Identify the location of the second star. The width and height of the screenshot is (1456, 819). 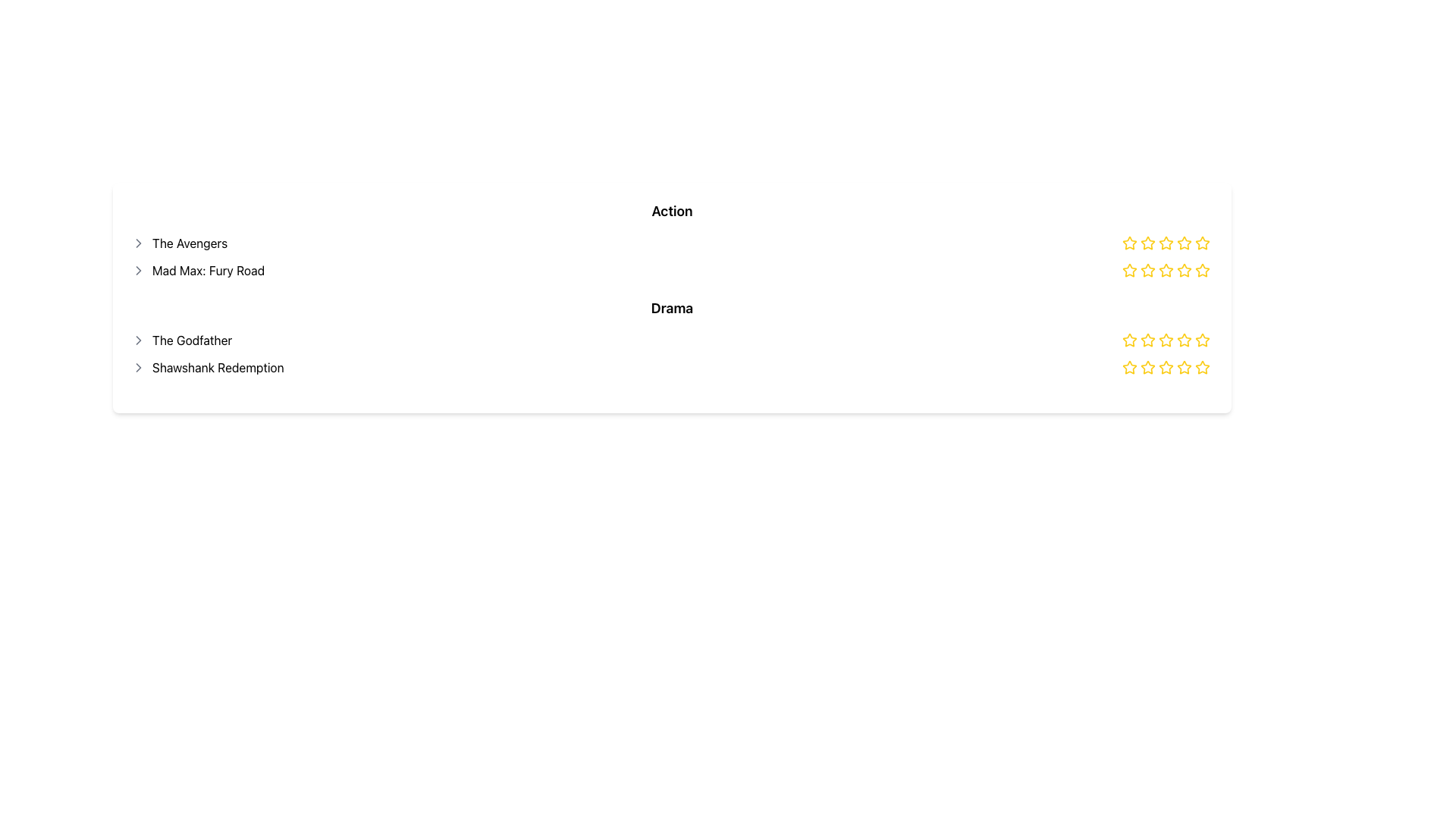
(1147, 268).